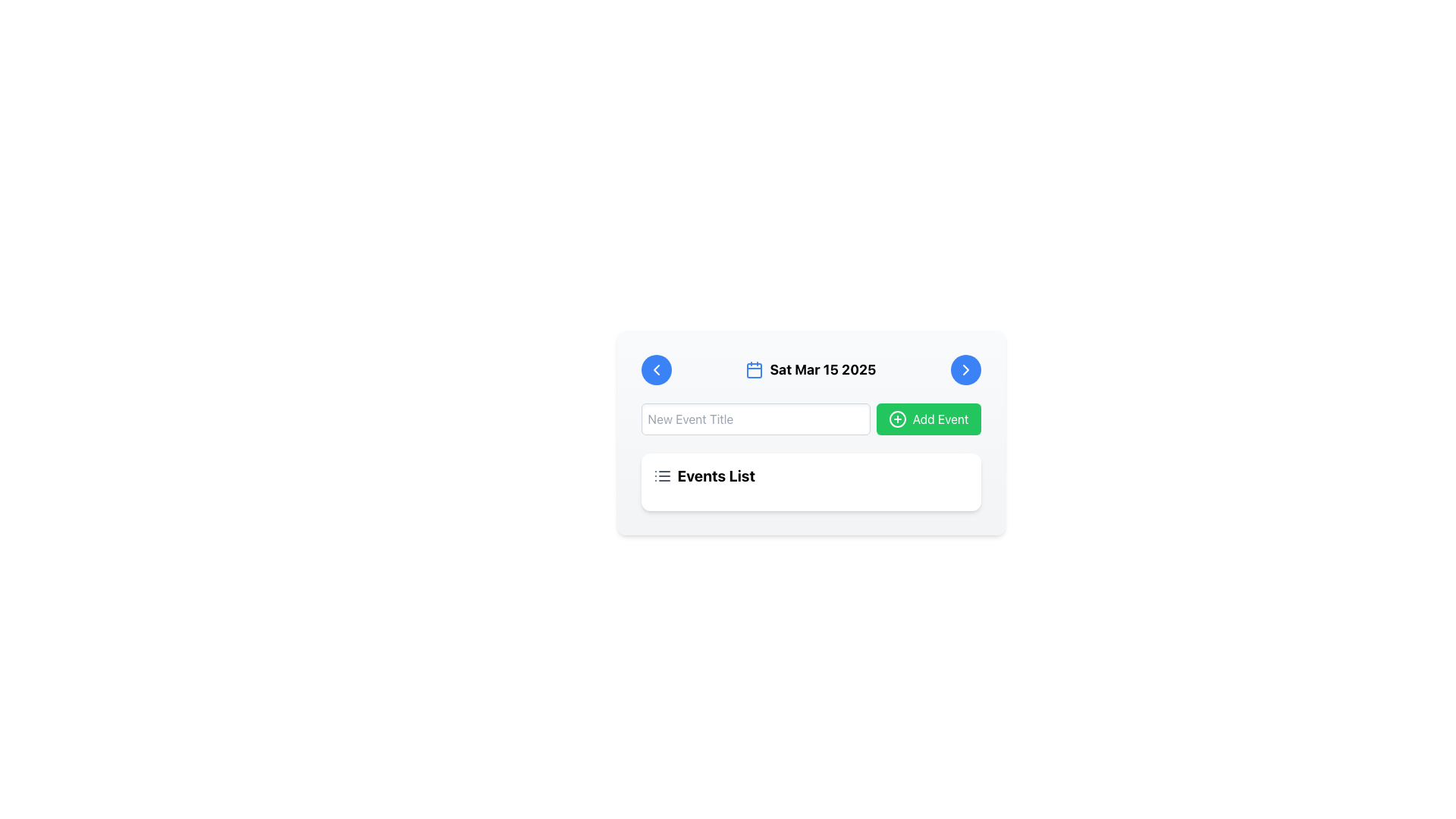 The image size is (1456, 819). Describe the element at coordinates (927, 419) in the screenshot. I see `the 'Add Event' button with rounded corners and a green background to activate its hover styles` at that location.